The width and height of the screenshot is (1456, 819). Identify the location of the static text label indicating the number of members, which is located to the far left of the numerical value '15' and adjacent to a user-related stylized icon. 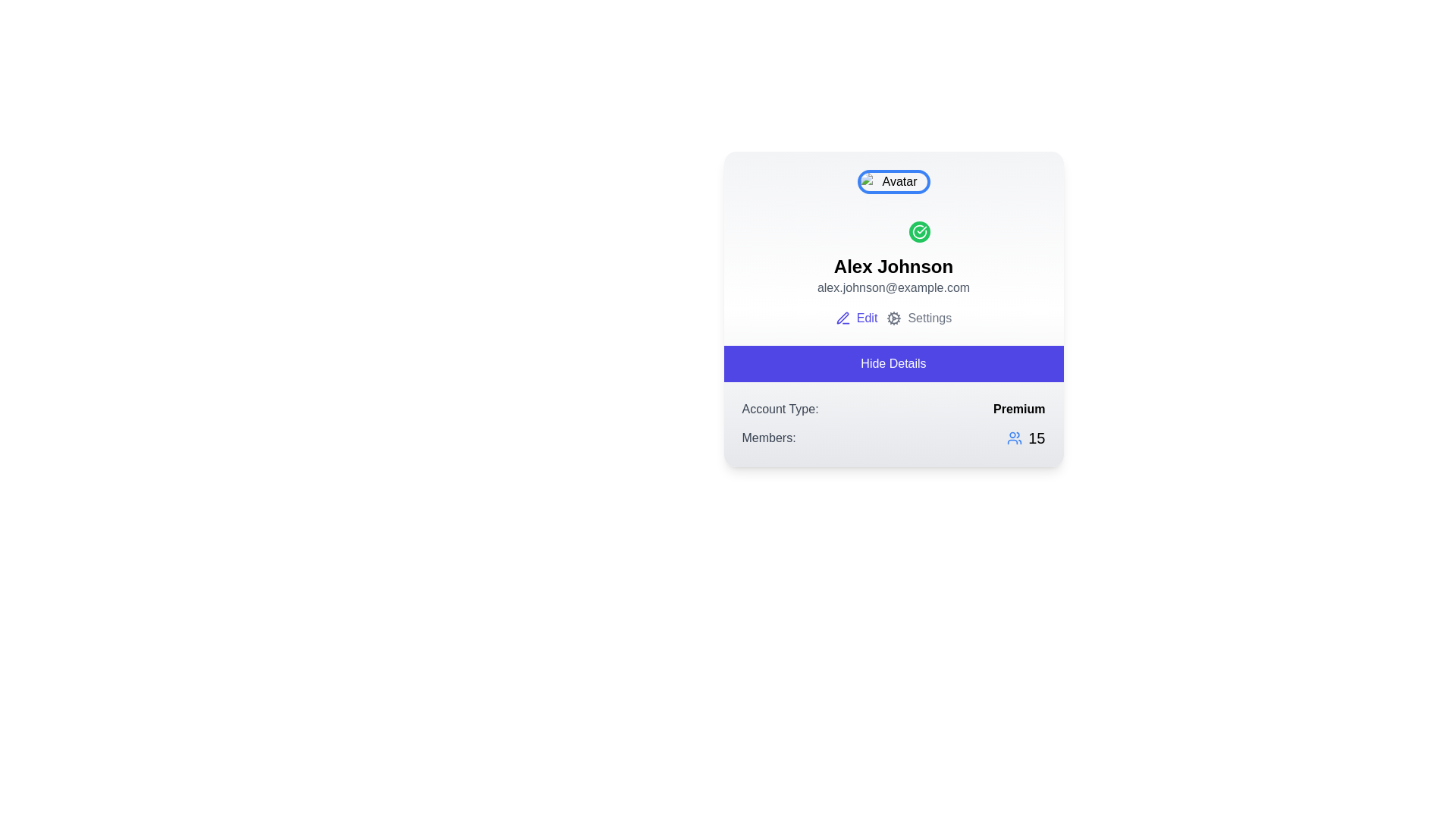
(769, 438).